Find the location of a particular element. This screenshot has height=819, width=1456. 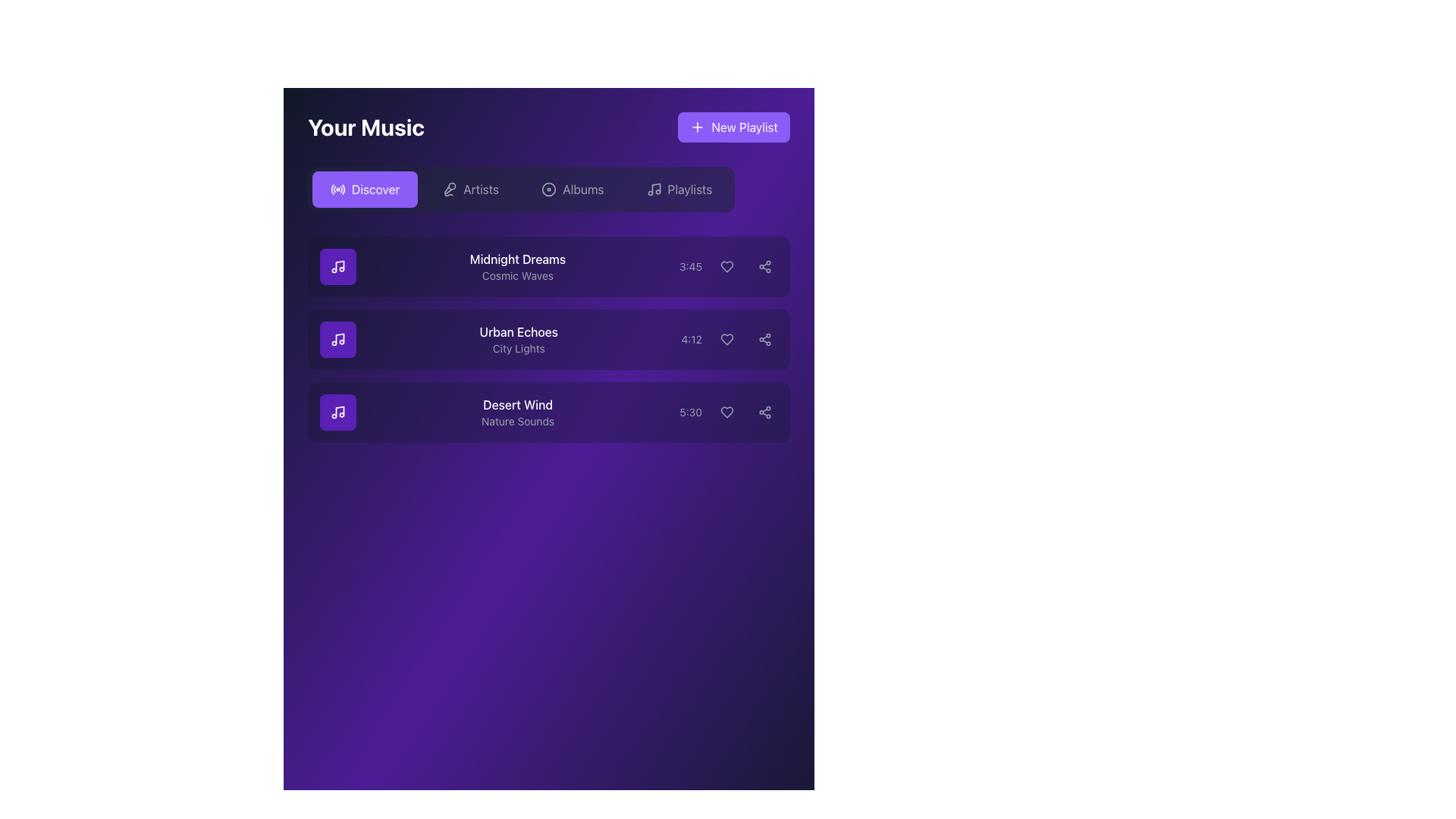

the heart-shaped icon within the interactive button located in the second music list row next to 'Urban Echoes' is located at coordinates (726, 338).